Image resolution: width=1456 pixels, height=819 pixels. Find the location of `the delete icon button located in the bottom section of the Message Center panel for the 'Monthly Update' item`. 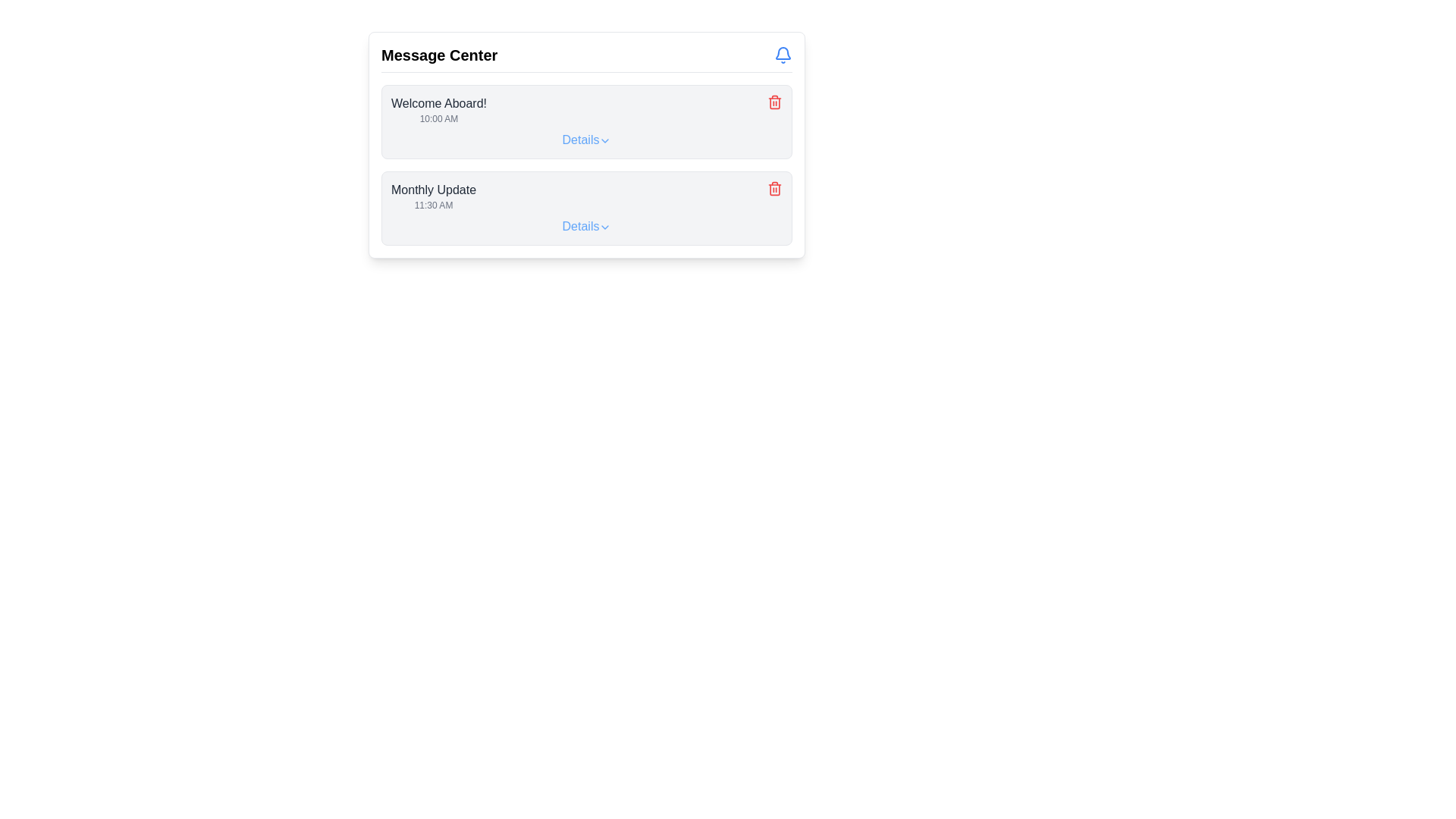

the delete icon button located in the bottom section of the Message Center panel for the 'Monthly Update' item is located at coordinates (775, 189).